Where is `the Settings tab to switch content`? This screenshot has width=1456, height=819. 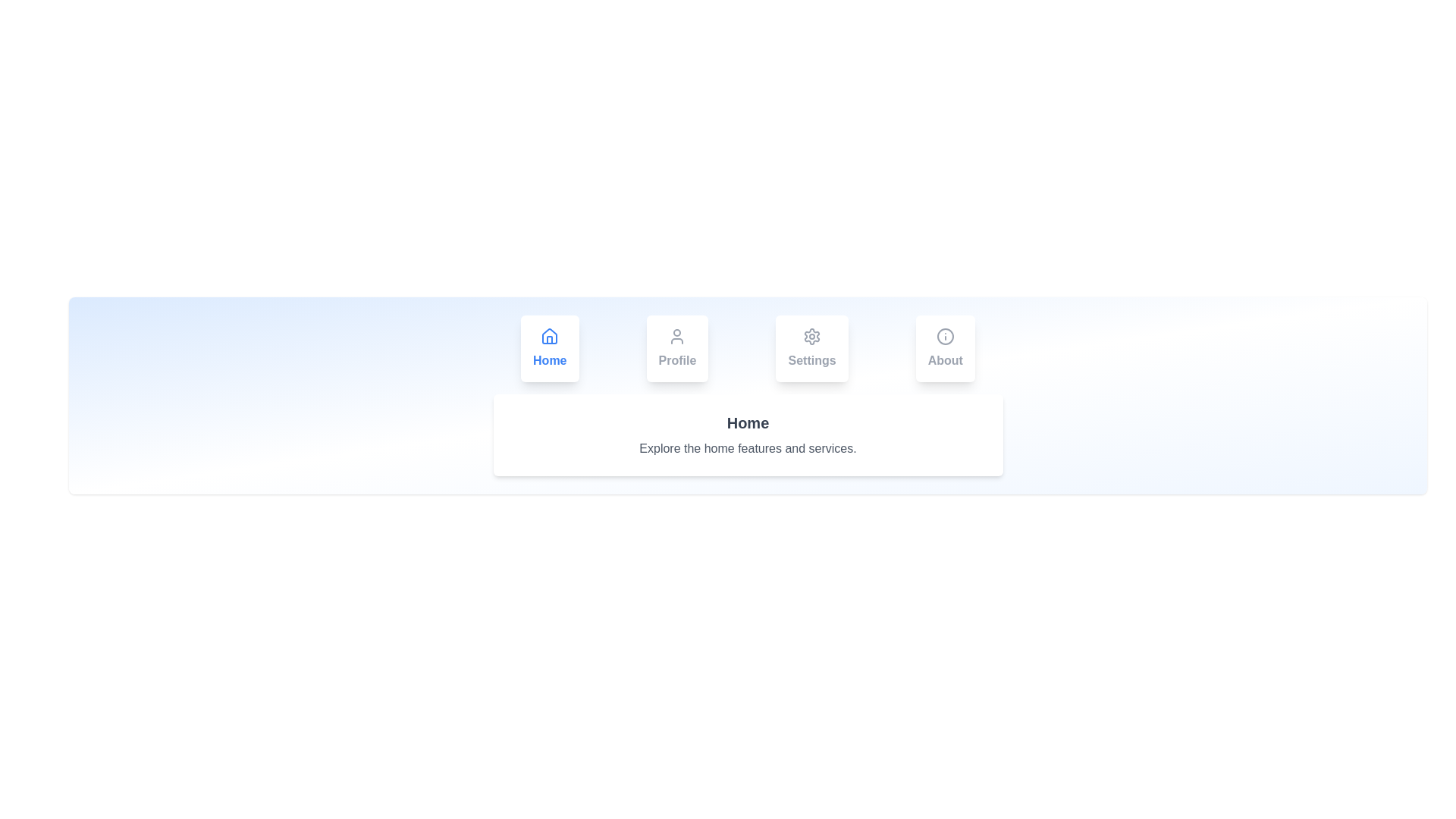
the Settings tab to switch content is located at coordinates (811, 348).